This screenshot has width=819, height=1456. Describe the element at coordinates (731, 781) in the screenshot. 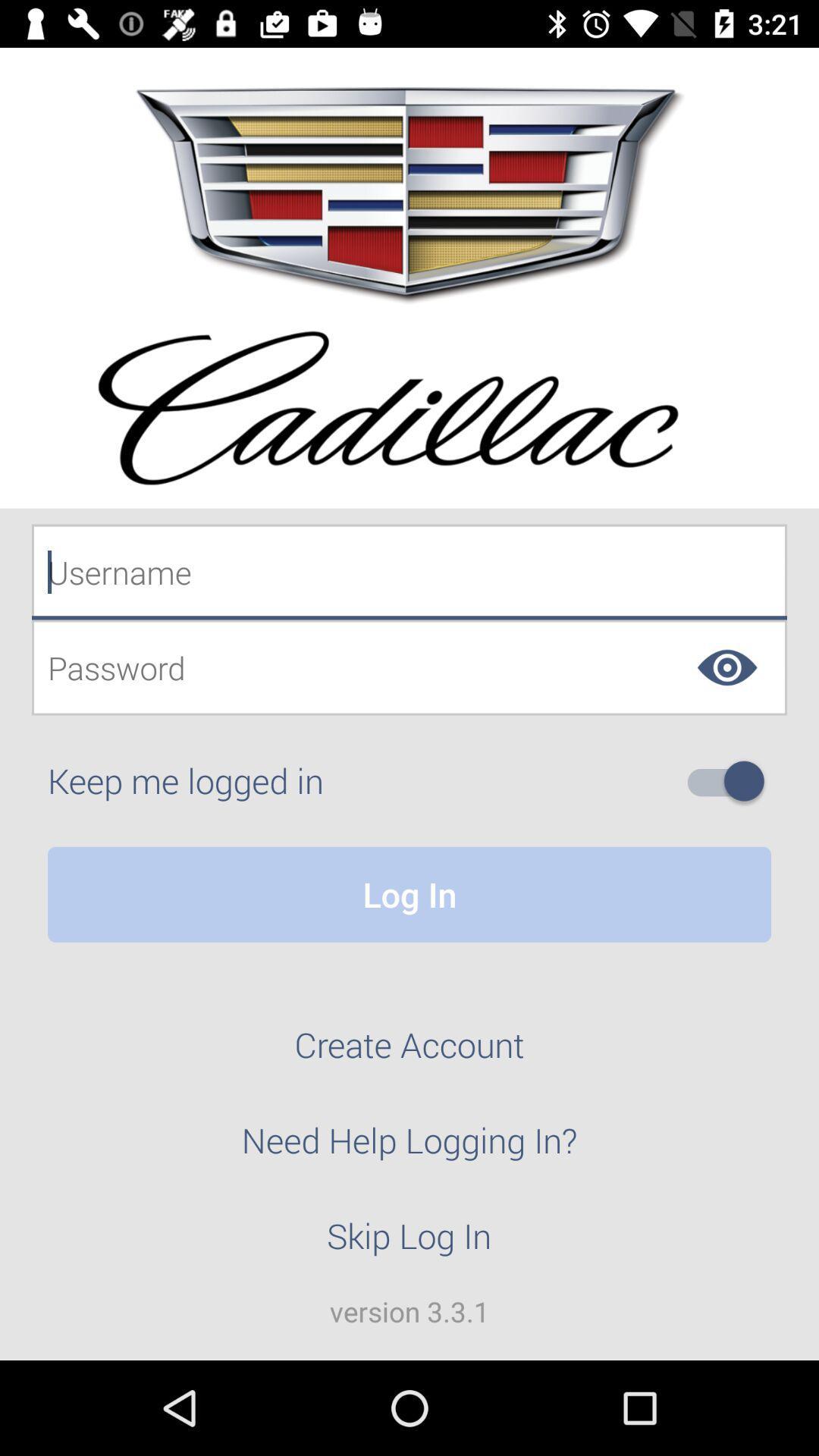

I see `on/off auto log in` at that location.